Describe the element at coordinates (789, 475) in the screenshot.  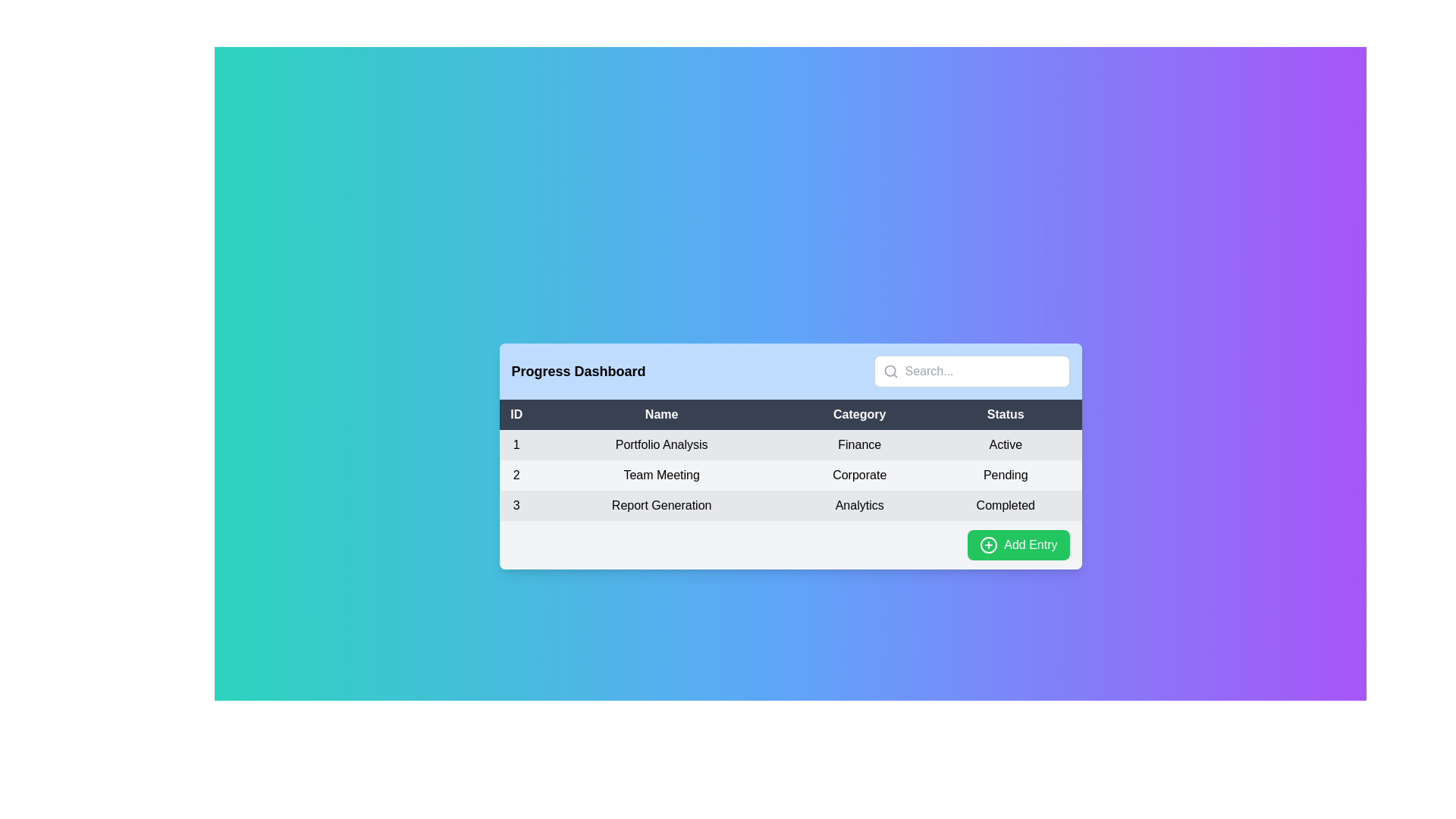
I see `the cell in the second row of the table that contains details about a team meeting categorized under 'Corporate' with a status of 'Pending'` at that location.